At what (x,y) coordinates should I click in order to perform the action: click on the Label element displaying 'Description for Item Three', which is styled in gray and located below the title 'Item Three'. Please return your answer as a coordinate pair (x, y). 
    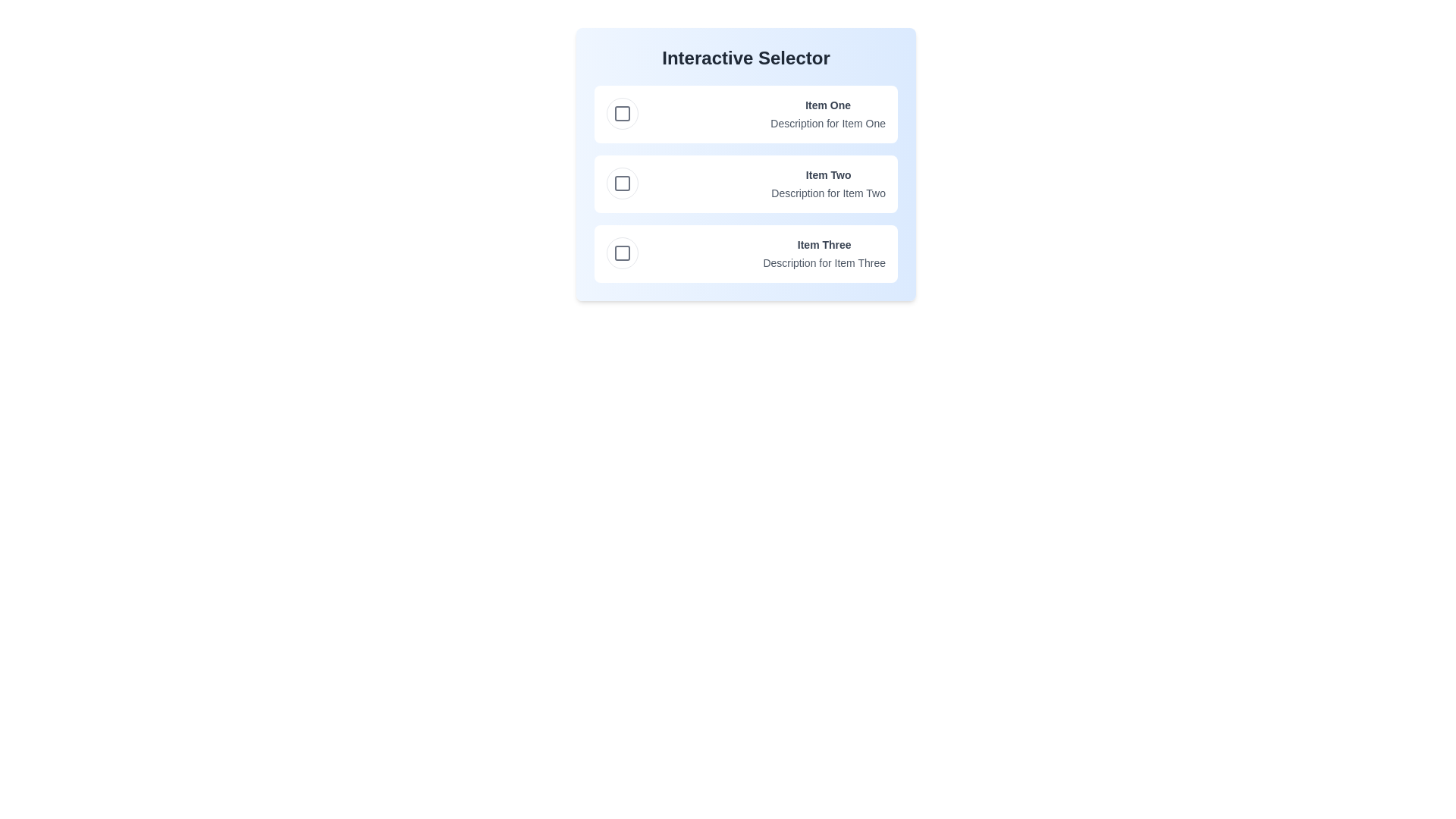
    Looking at the image, I should click on (824, 262).